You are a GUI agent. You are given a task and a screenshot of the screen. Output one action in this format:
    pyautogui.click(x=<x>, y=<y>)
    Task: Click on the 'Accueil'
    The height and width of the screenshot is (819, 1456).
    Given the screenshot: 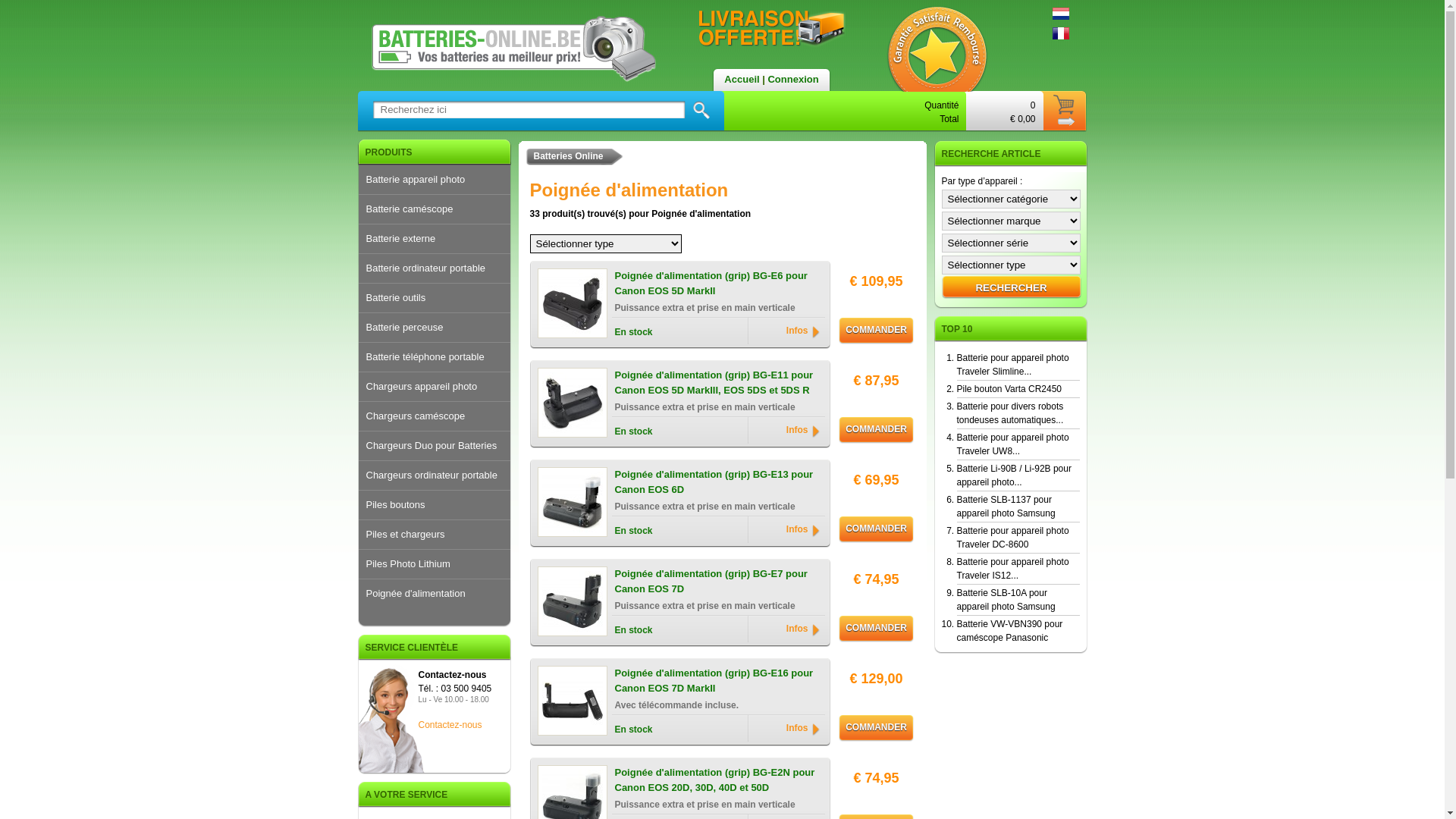 What is the action you would take?
    pyautogui.click(x=742, y=79)
    